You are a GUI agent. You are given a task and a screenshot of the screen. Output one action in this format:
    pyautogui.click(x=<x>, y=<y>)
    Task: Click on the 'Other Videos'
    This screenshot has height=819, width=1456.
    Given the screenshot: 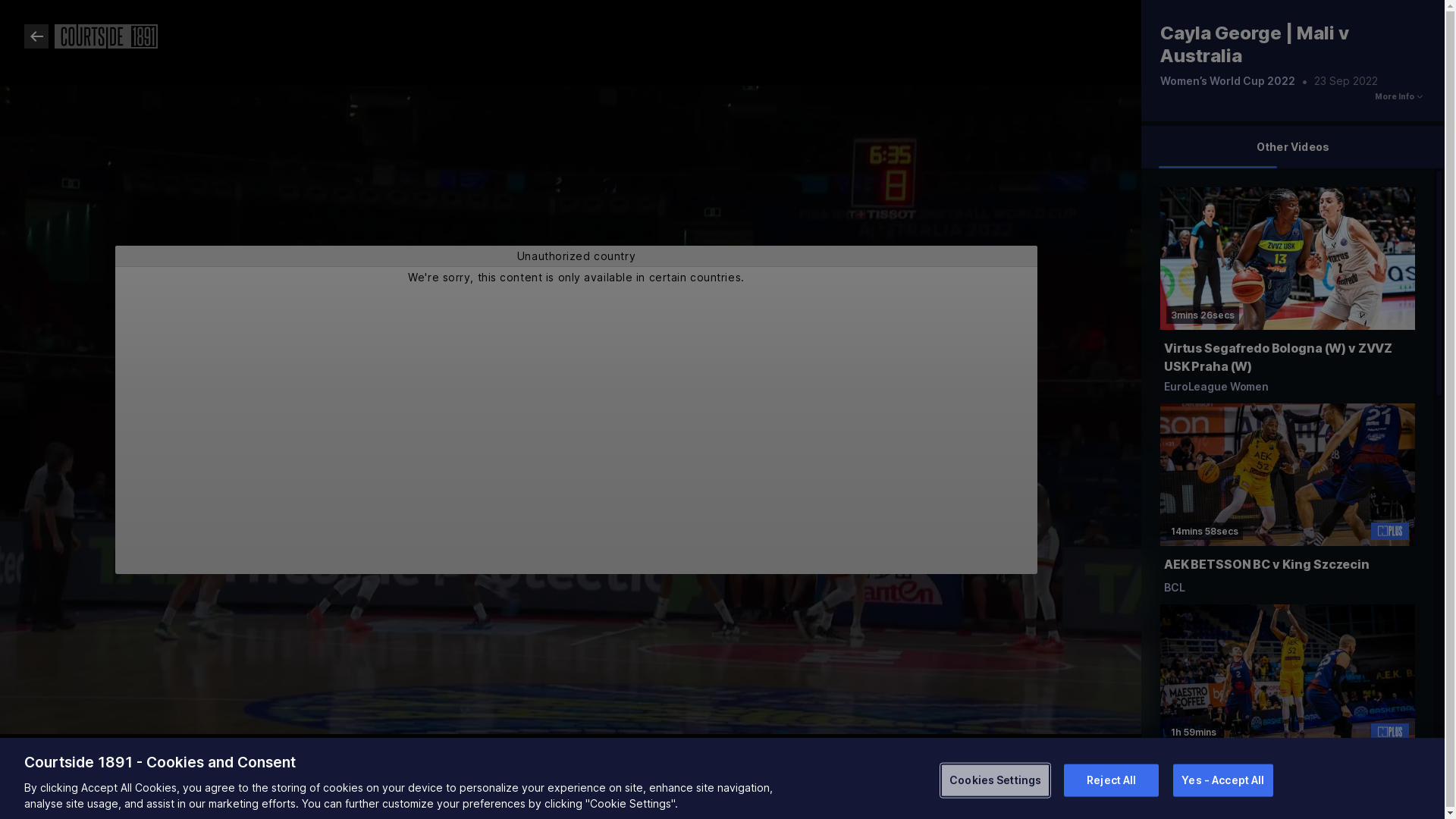 What is the action you would take?
    pyautogui.click(x=1291, y=146)
    